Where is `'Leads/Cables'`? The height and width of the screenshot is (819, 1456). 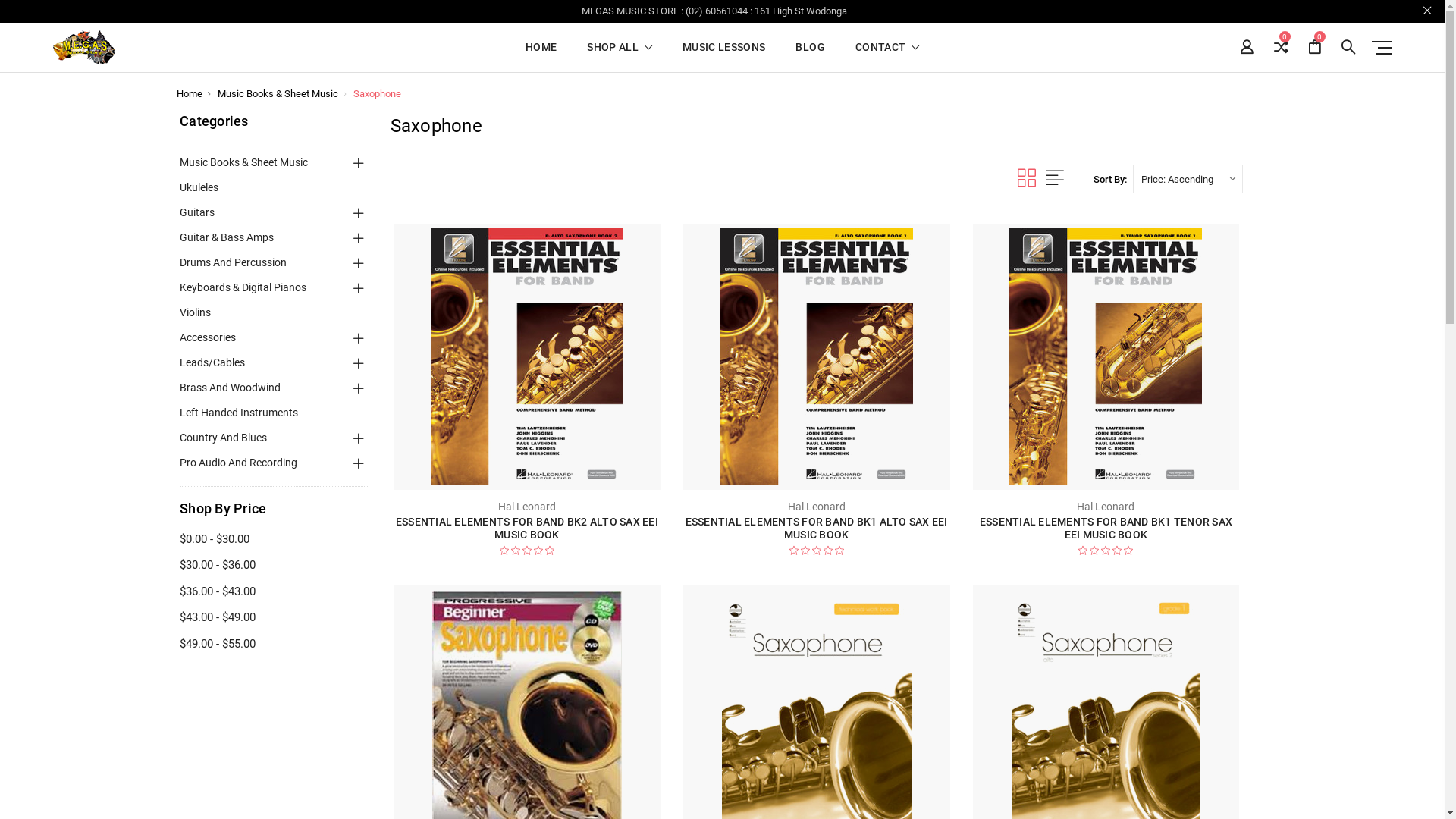 'Leads/Cables' is located at coordinates (211, 362).